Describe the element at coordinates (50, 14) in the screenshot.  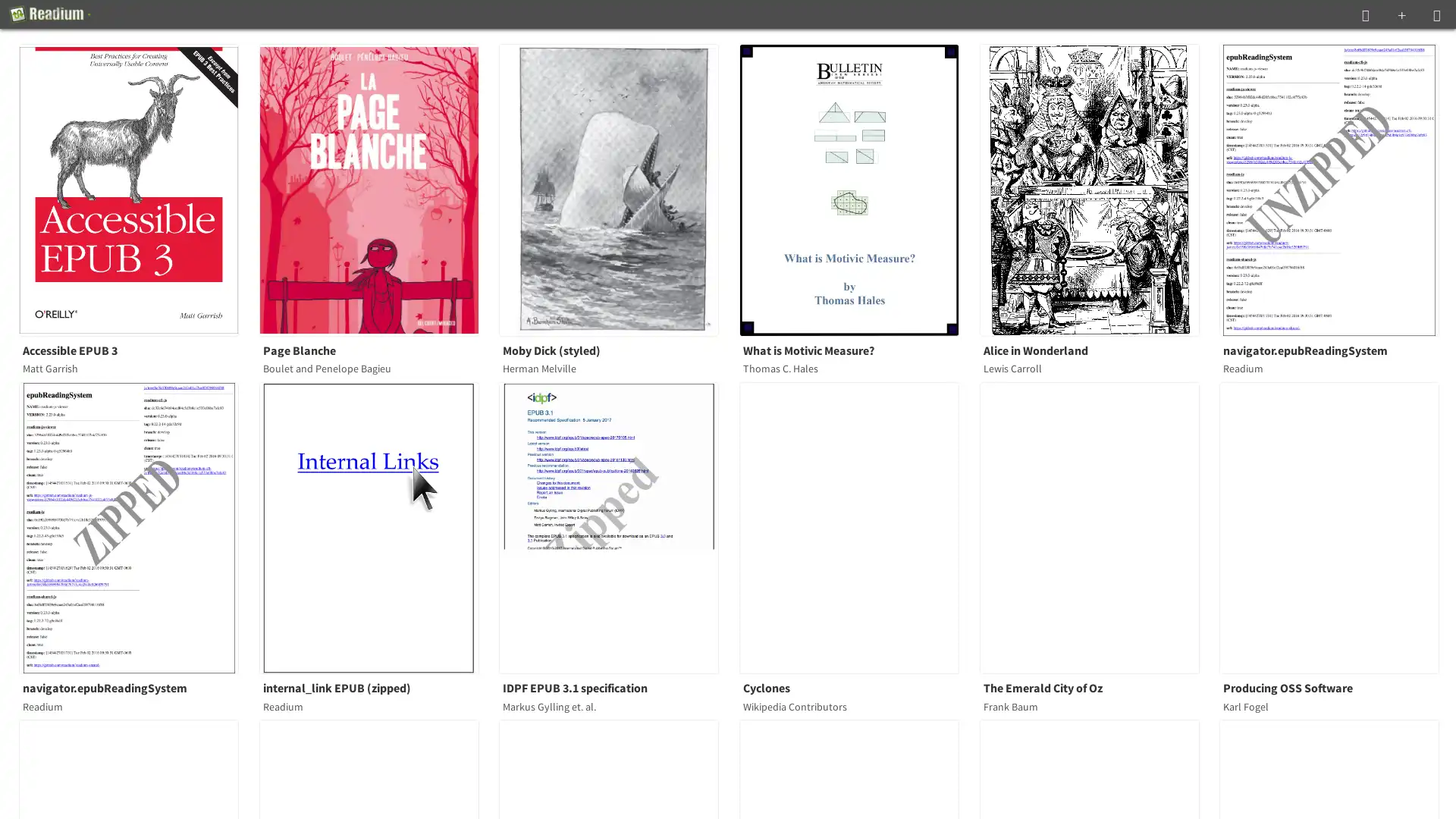
I see `About` at that location.